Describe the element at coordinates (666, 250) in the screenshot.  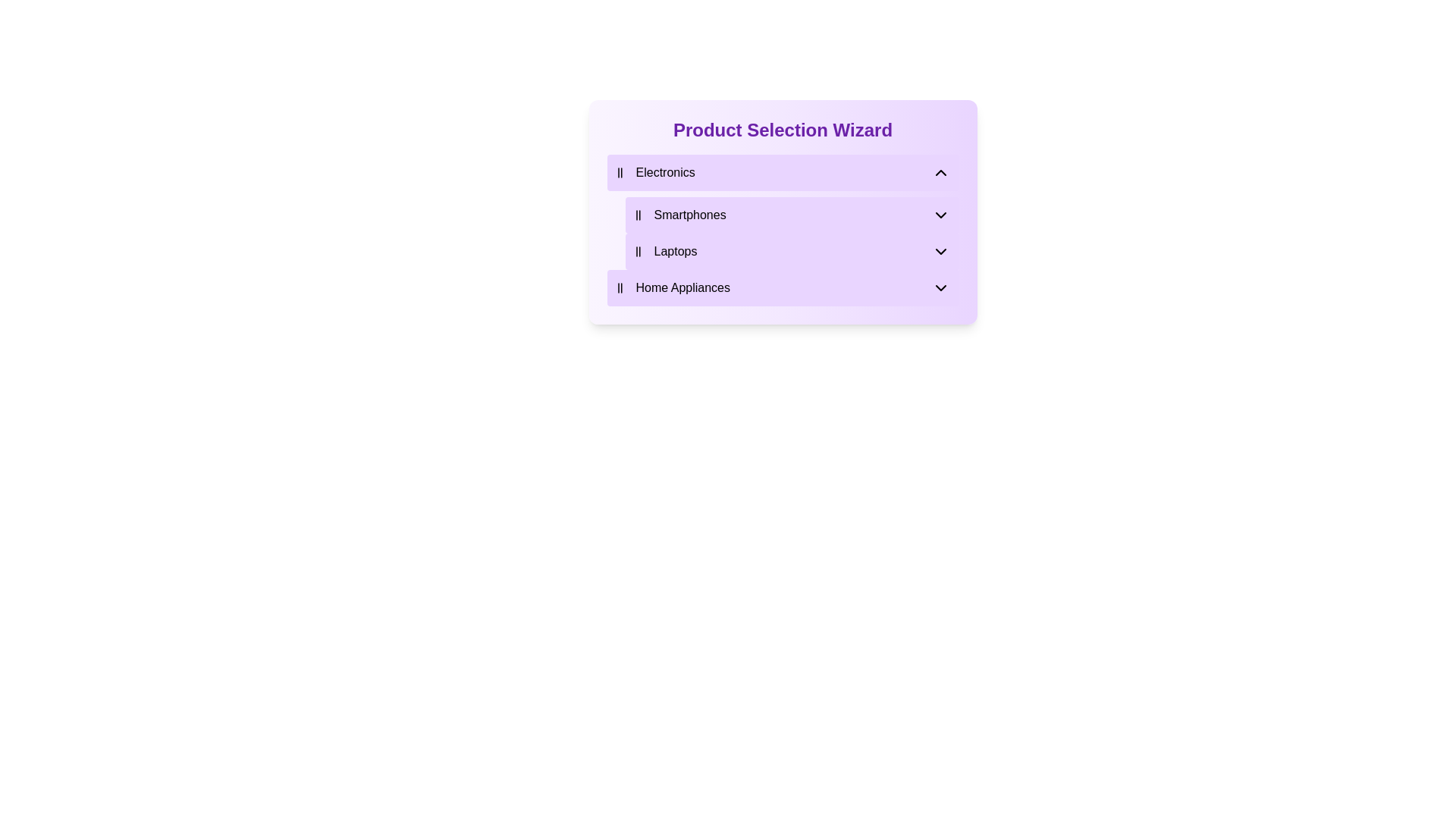
I see `the 'Laptops' text label, which is a selectable category title within the 'Product Selection Wizard' for navigating the electronics section` at that location.